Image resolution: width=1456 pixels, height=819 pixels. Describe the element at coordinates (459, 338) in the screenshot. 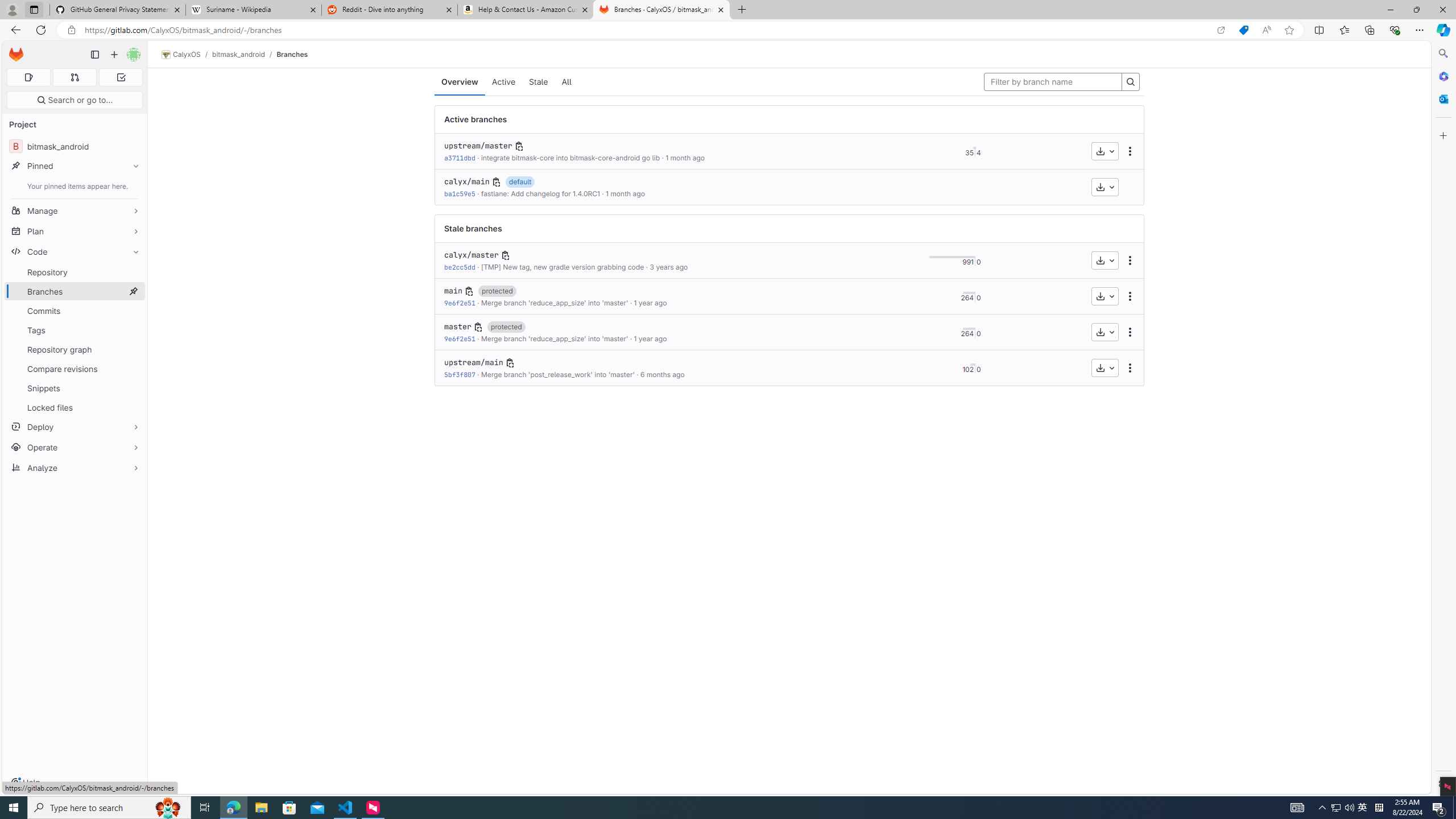

I see `'9e6f2e51'` at that location.